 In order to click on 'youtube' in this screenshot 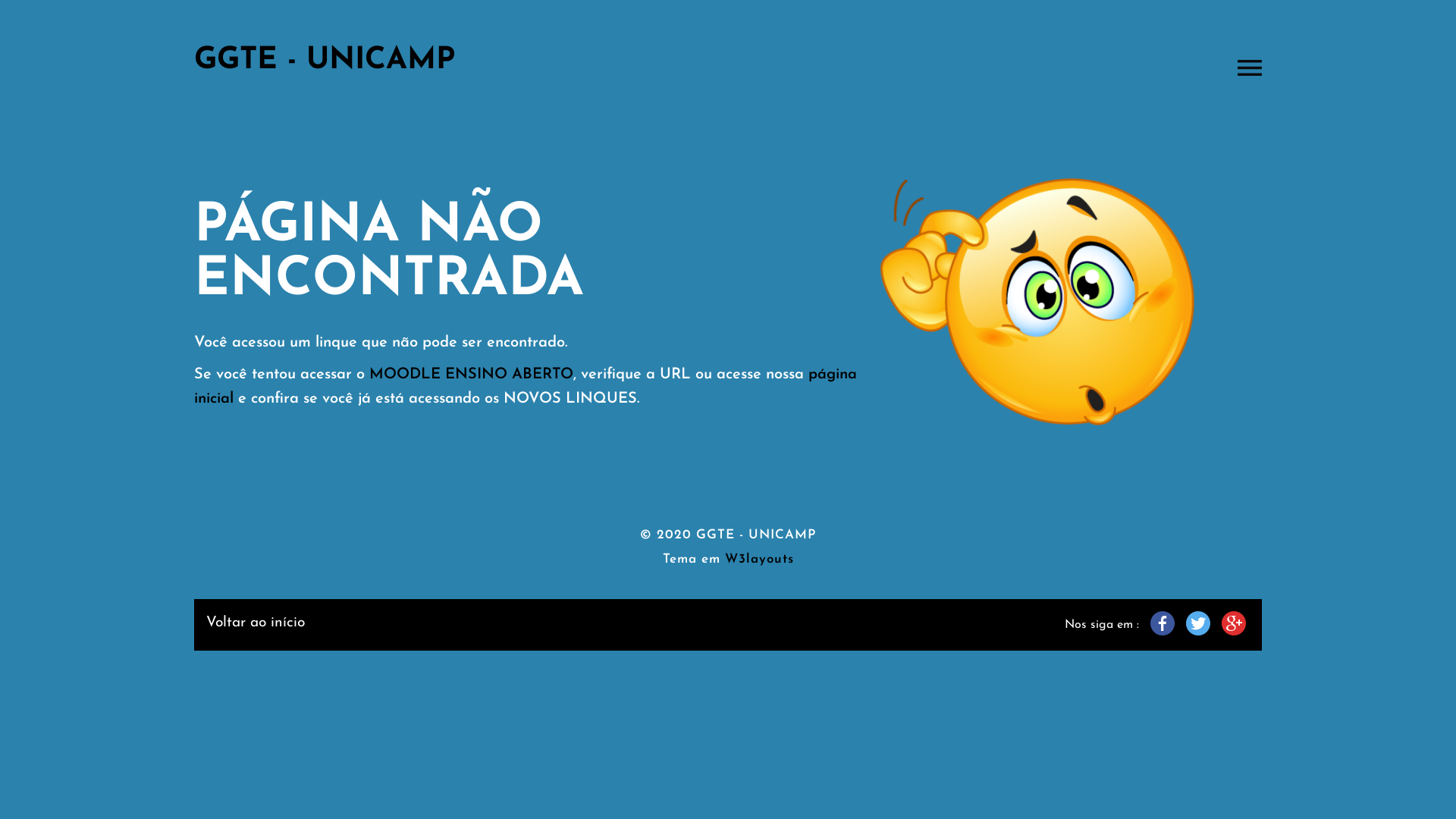, I will do `click(1234, 623)`.